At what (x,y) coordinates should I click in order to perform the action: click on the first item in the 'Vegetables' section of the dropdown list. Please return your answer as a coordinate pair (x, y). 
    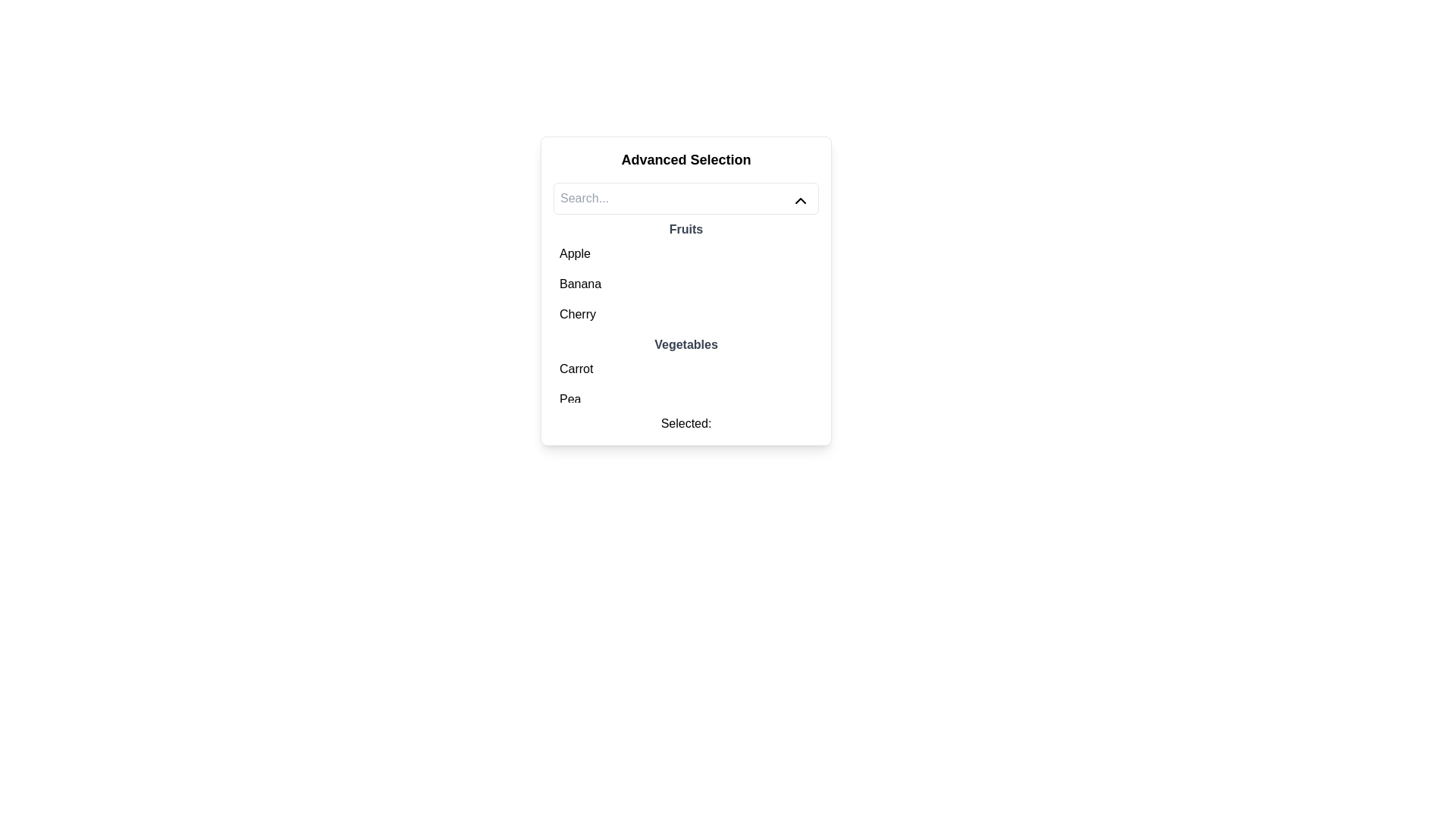
    Looking at the image, I should click on (686, 369).